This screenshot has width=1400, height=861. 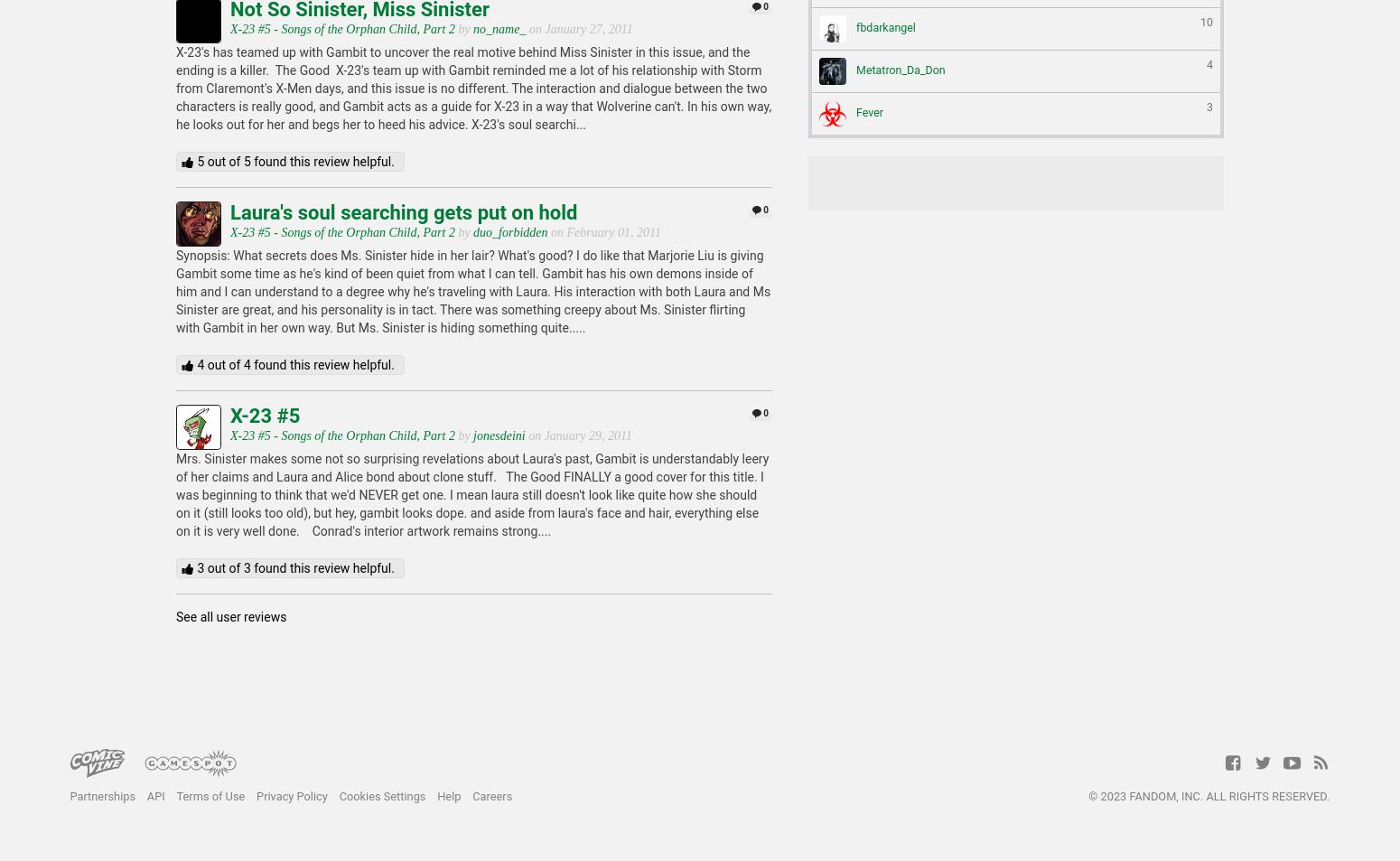 I want to click on 'Cookies Settings', so click(x=381, y=796).